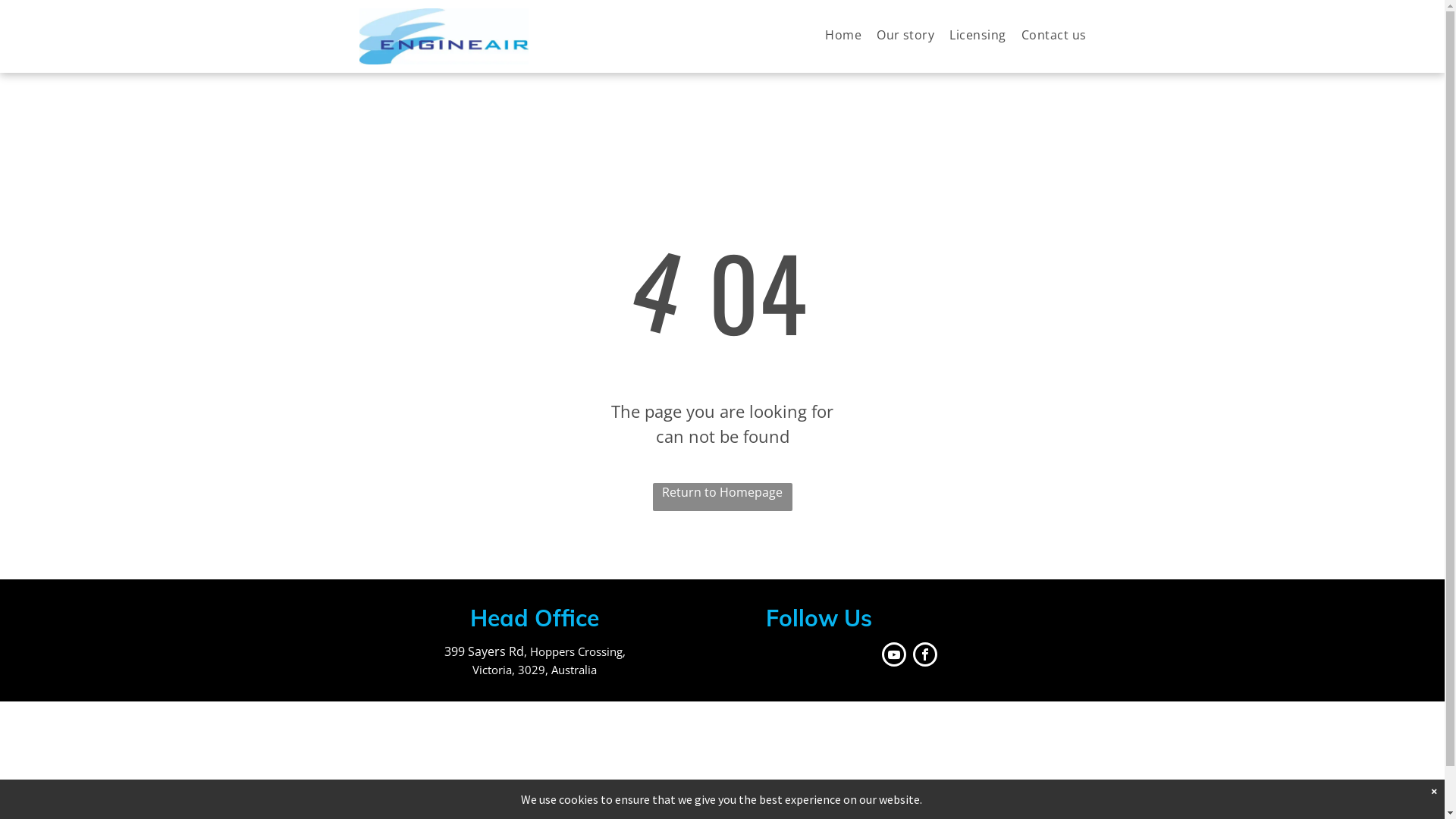  What do you see at coordinates (835, 34) in the screenshot?
I see `'Home'` at bounding box center [835, 34].